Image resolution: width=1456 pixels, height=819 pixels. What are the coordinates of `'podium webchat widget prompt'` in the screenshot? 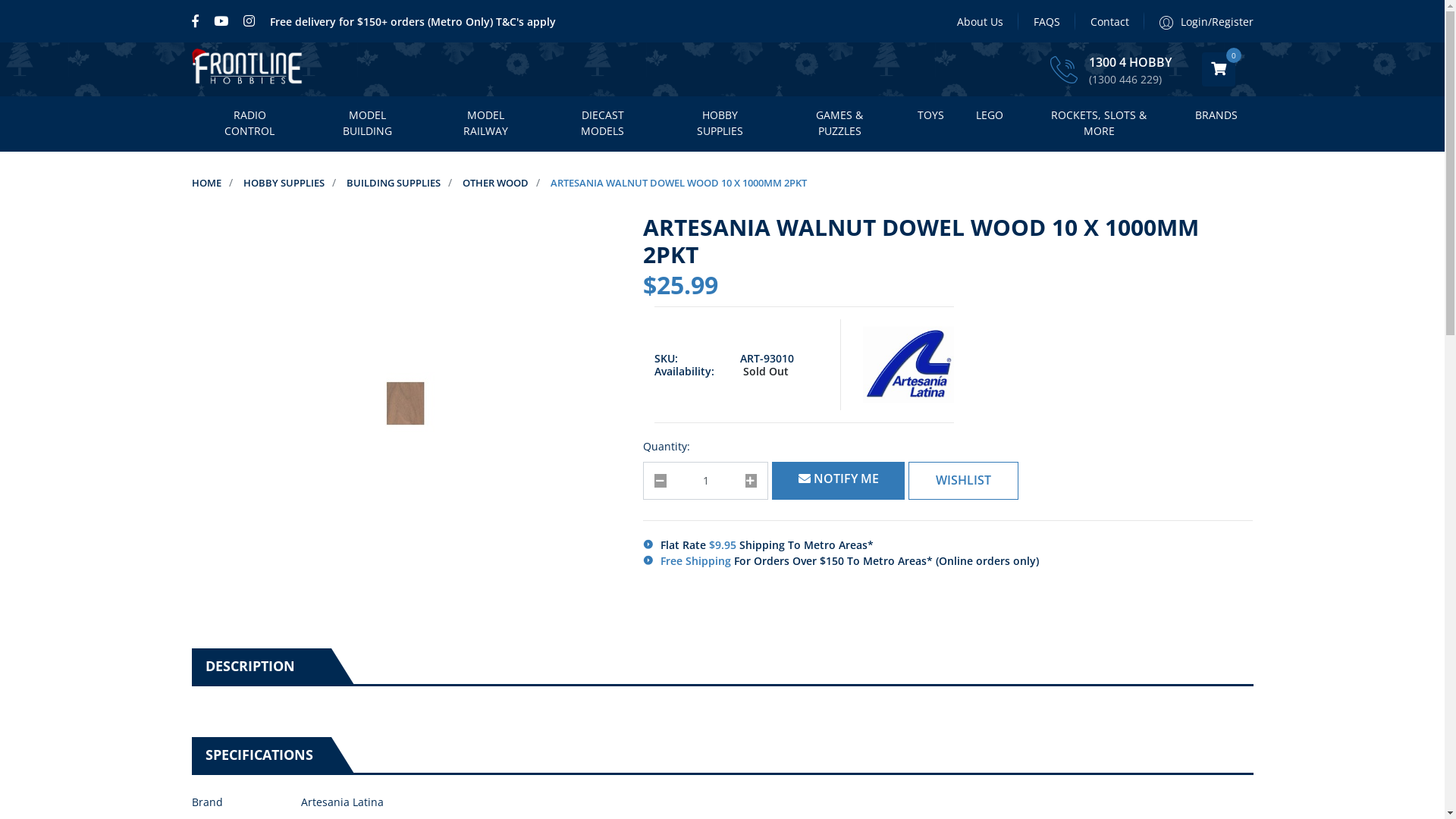 It's located at (1185, 645).